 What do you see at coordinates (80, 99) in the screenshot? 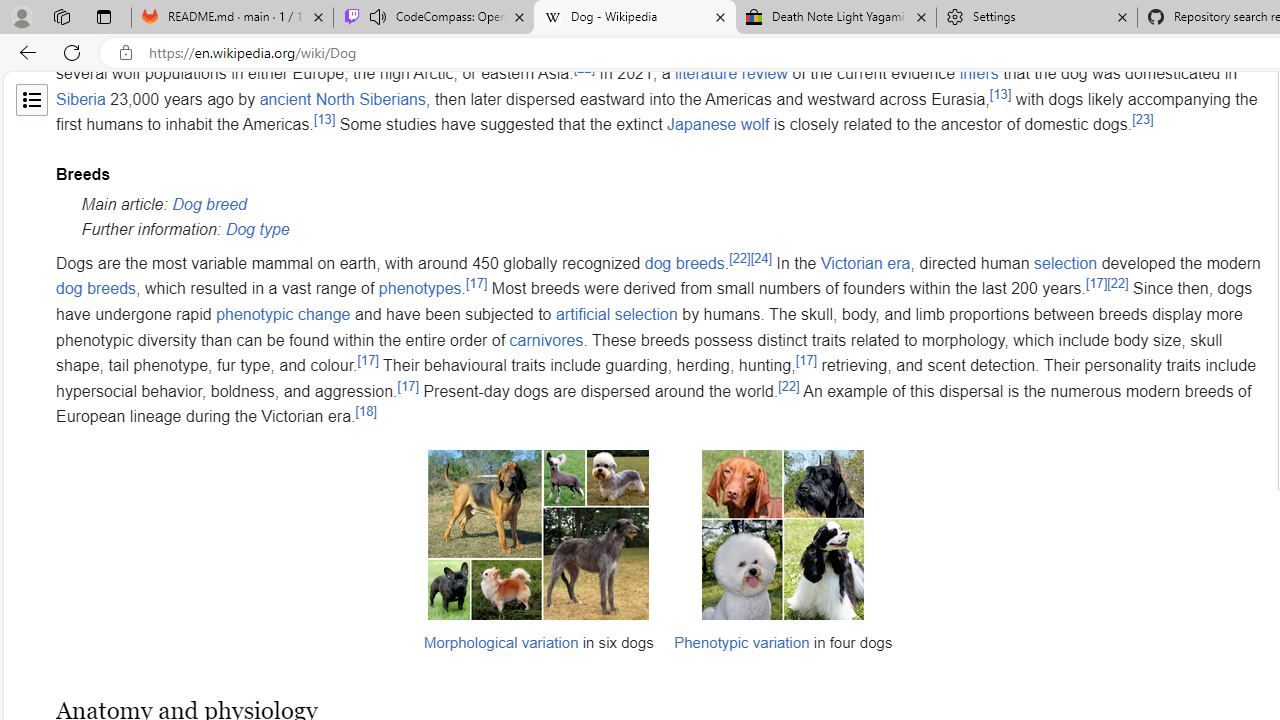
I see `'Siberia'` at bounding box center [80, 99].